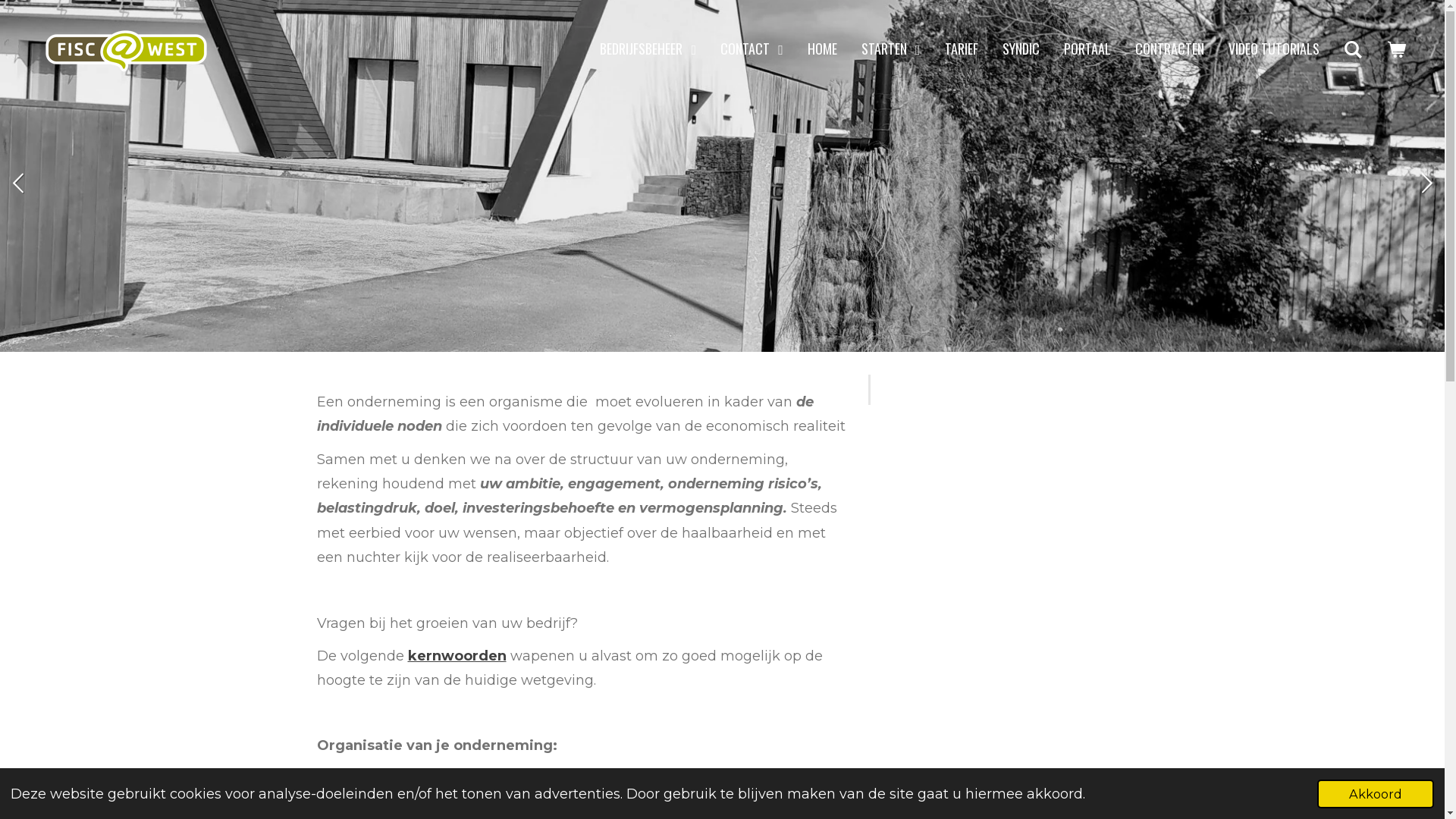 The width and height of the screenshot is (1456, 819). What do you see at coordinates (1376, 792) in the screenshot?
I see `'Akkoord'` at bounding box center [1376, 792].